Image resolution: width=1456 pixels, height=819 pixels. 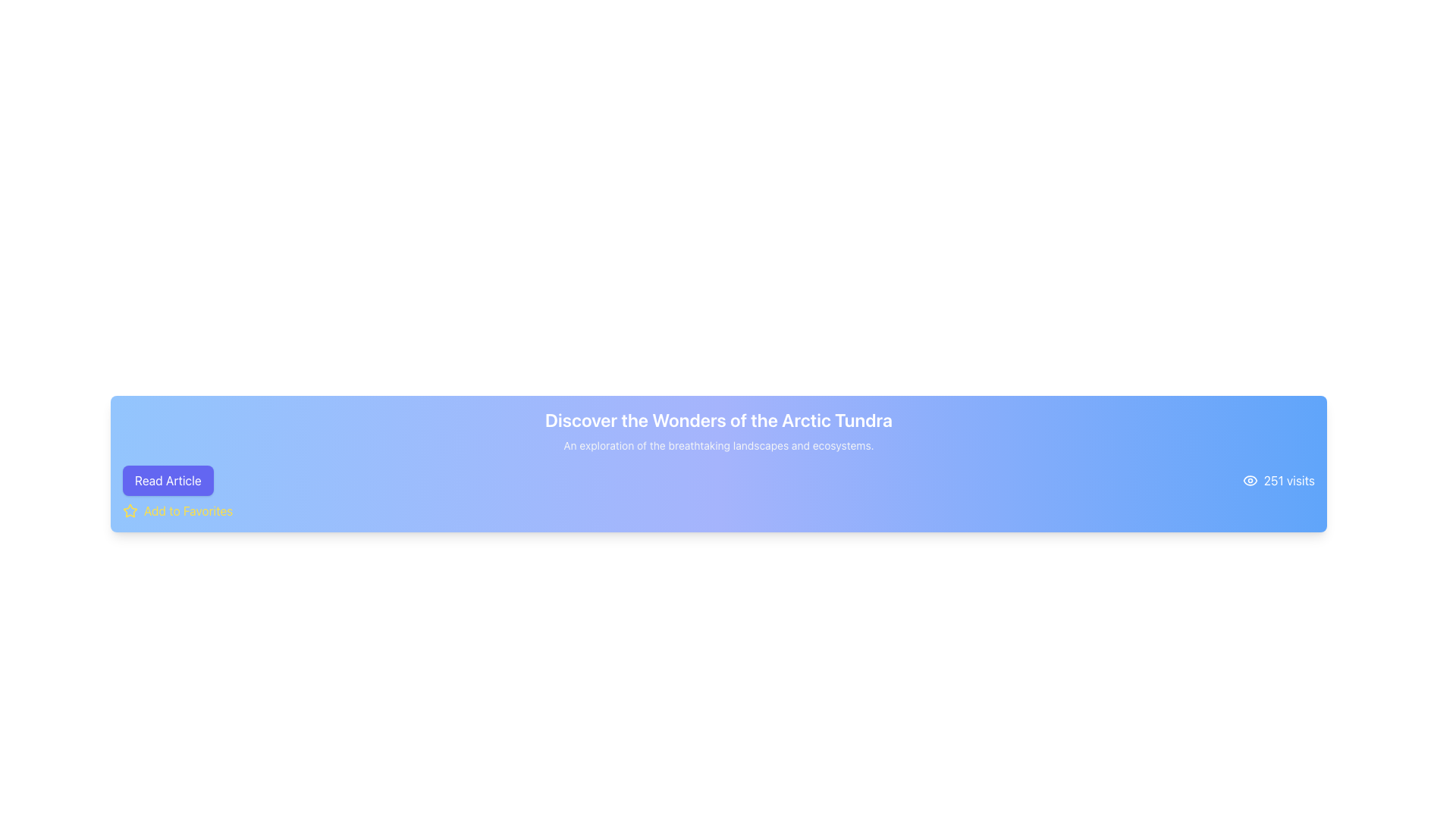 I want to click on the star-shaped icon located to the left of the 'Add to Favorites' button, so click(x=130, y=510).